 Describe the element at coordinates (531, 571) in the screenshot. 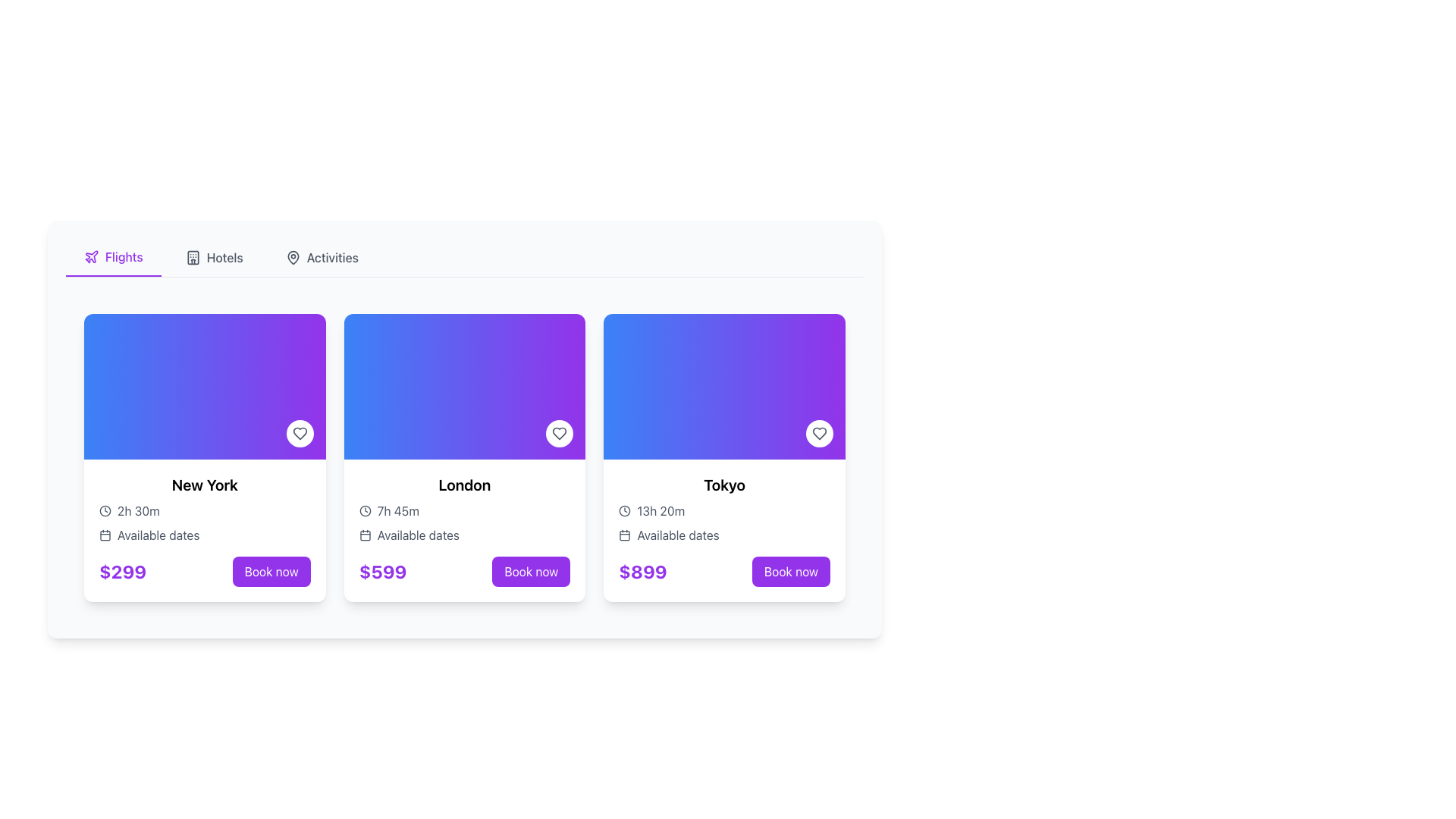

I see `the rounded rectangular button labeled 'Book now' located at the bottom right of the London trip card` at that location.